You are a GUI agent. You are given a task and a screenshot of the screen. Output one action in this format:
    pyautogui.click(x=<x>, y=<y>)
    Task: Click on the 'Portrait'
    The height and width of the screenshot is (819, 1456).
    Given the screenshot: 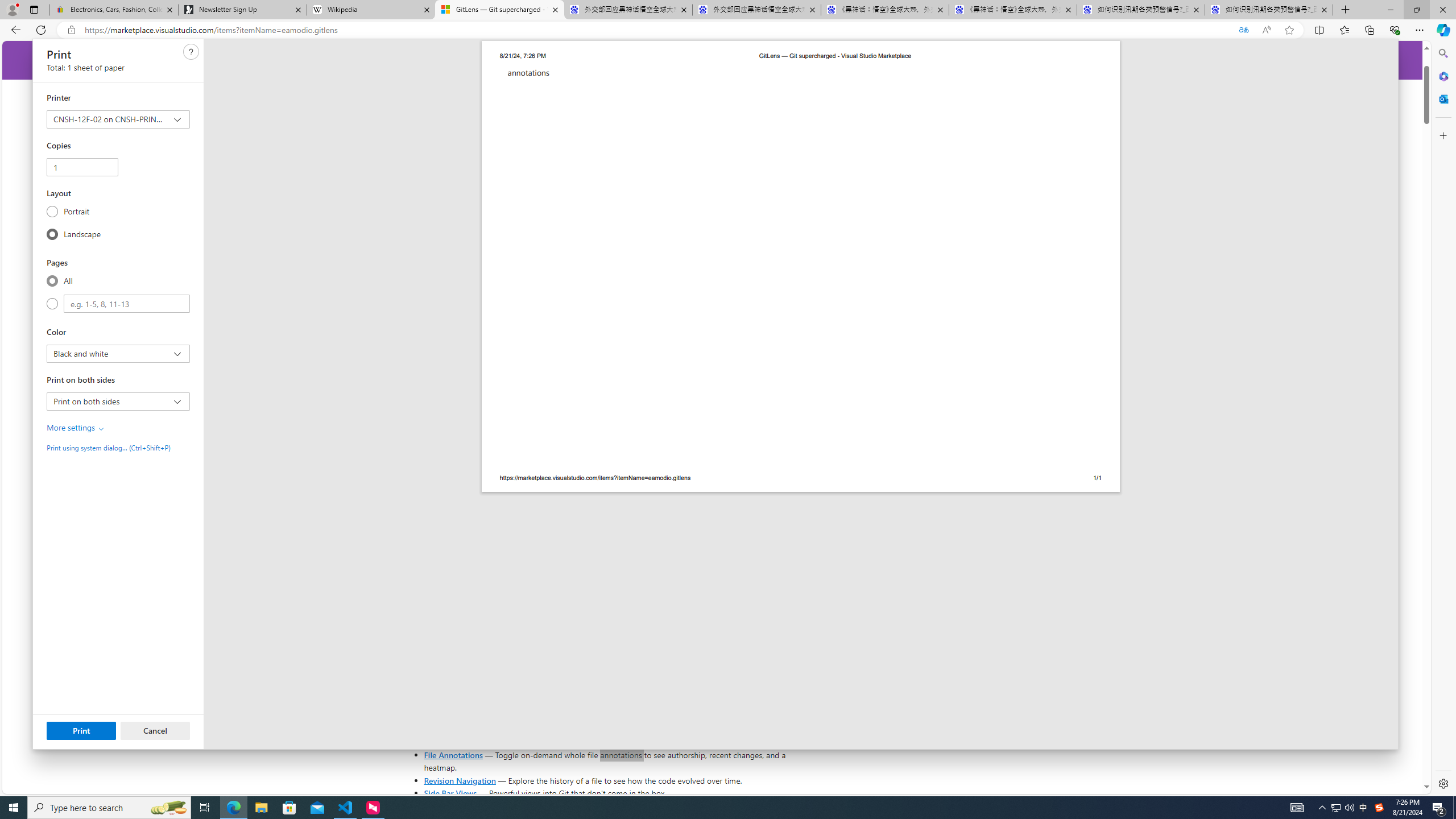 What is the action you would take?
    pyautogui.click(x=52, y=211)
    